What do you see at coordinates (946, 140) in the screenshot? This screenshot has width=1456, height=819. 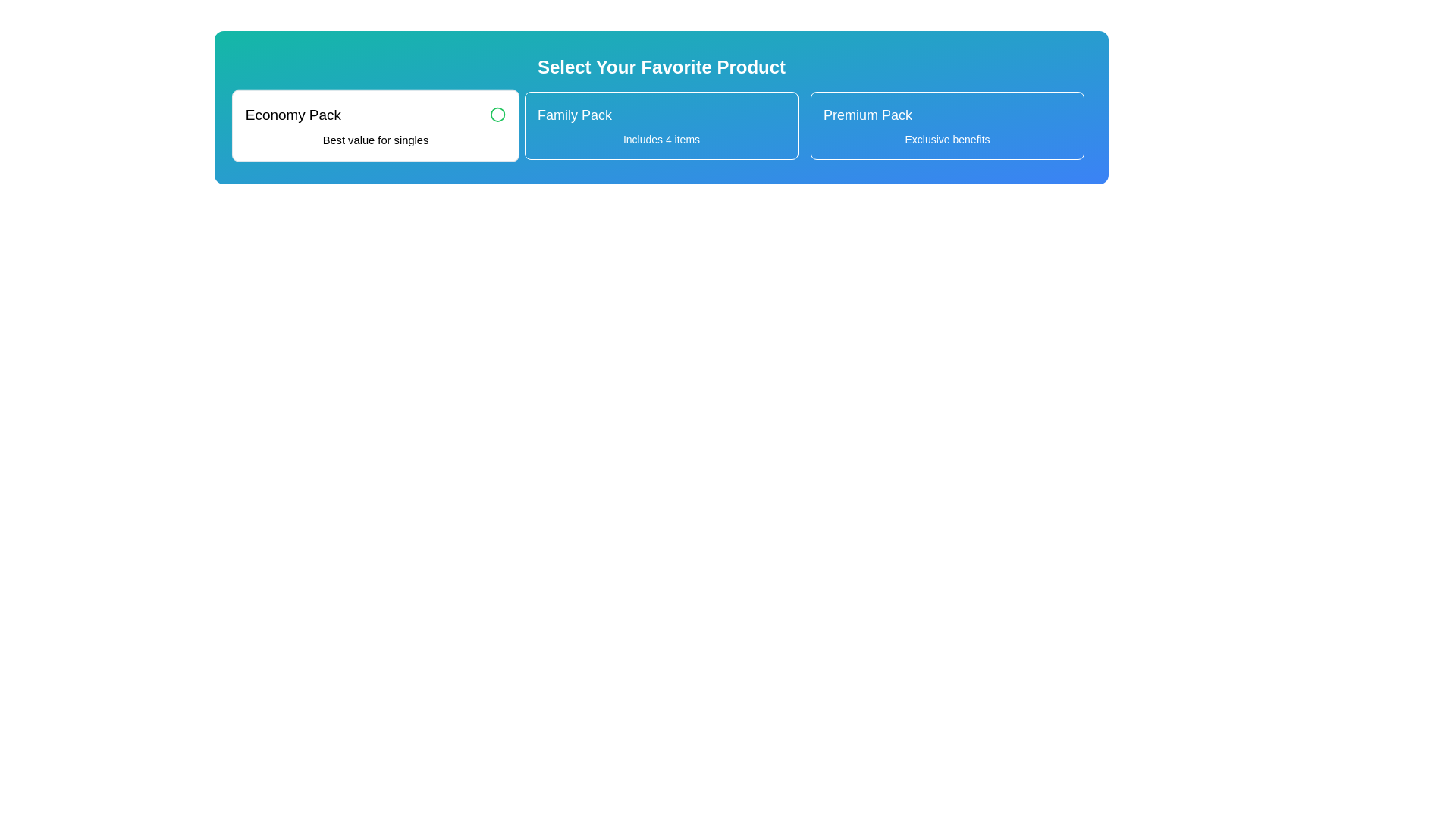 I see `the second textual element within the 'Premium Pack' card, which provides a brief description of the additional benefits offered under this option` at bounding box center [946, 140].